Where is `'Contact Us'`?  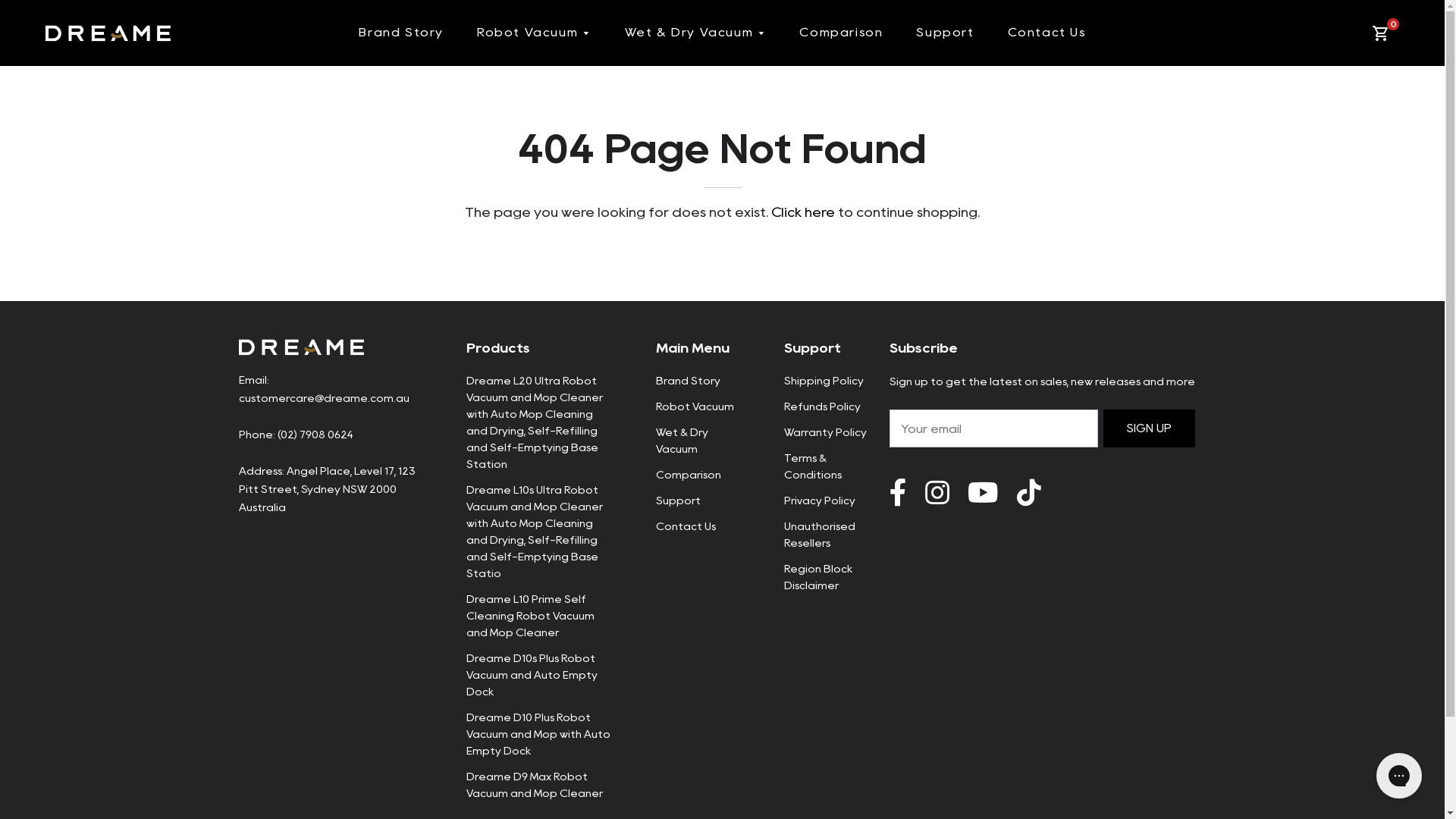
'Contact Us' is located at coordinates (1046, 32).